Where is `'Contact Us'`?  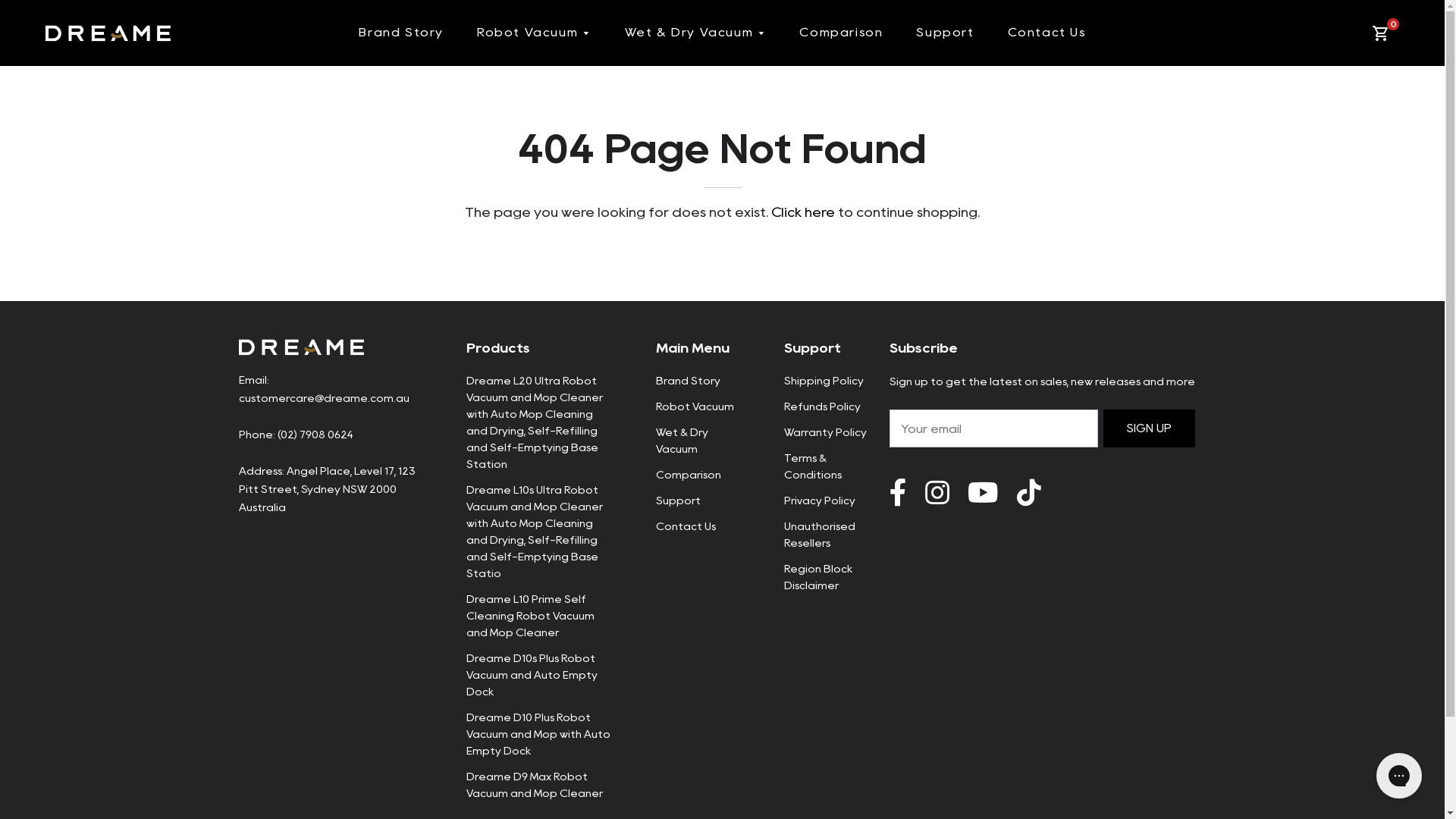
'Contact Us' is located at coordinates (1046, 32).